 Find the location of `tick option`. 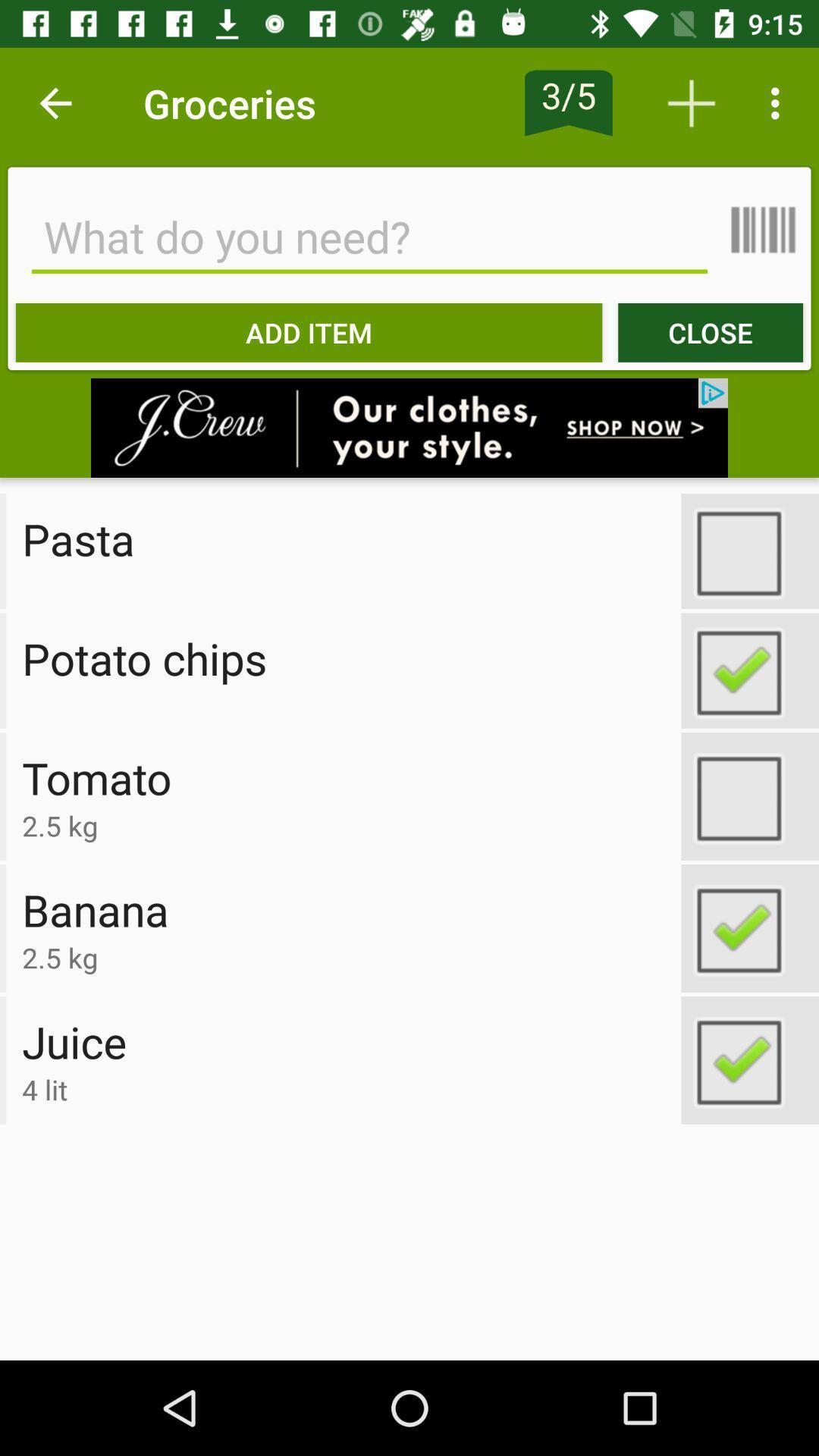

tick option is located at coordinates (749, 670).